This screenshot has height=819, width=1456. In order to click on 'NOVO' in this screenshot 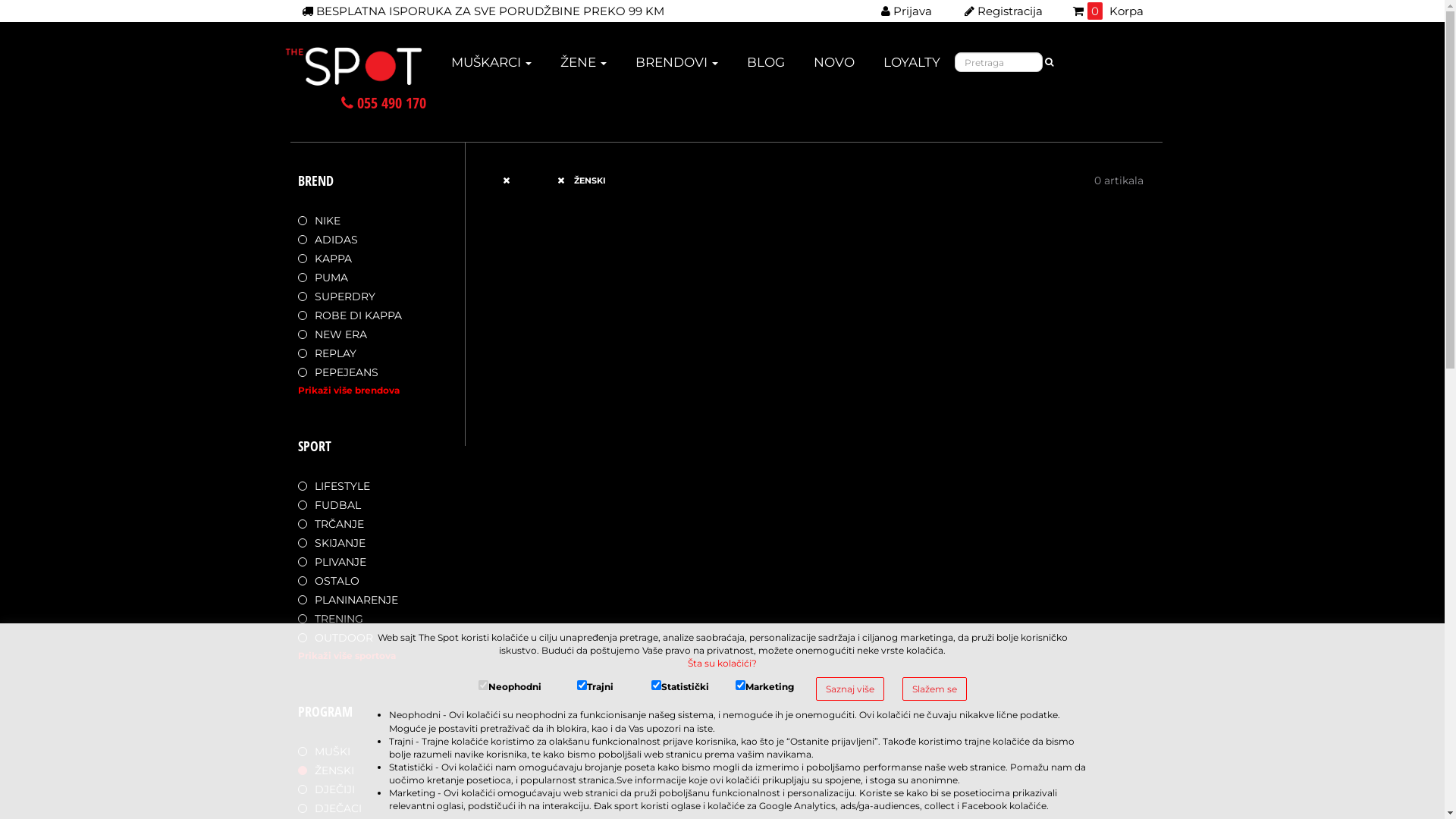, I will do `click(833, 66)`.